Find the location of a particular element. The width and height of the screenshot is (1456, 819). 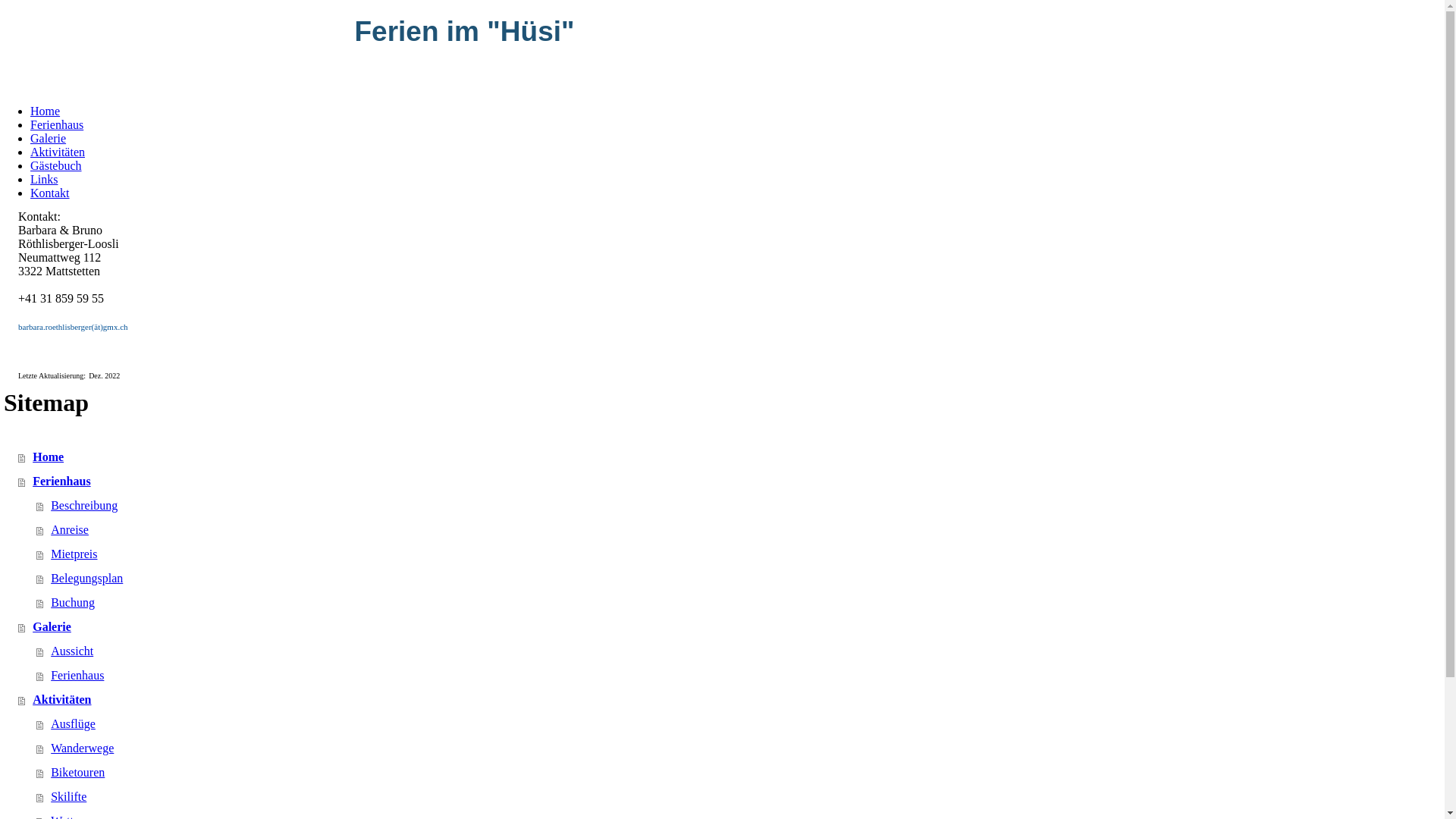

'Buchung' is located at coordinates (36, 601).